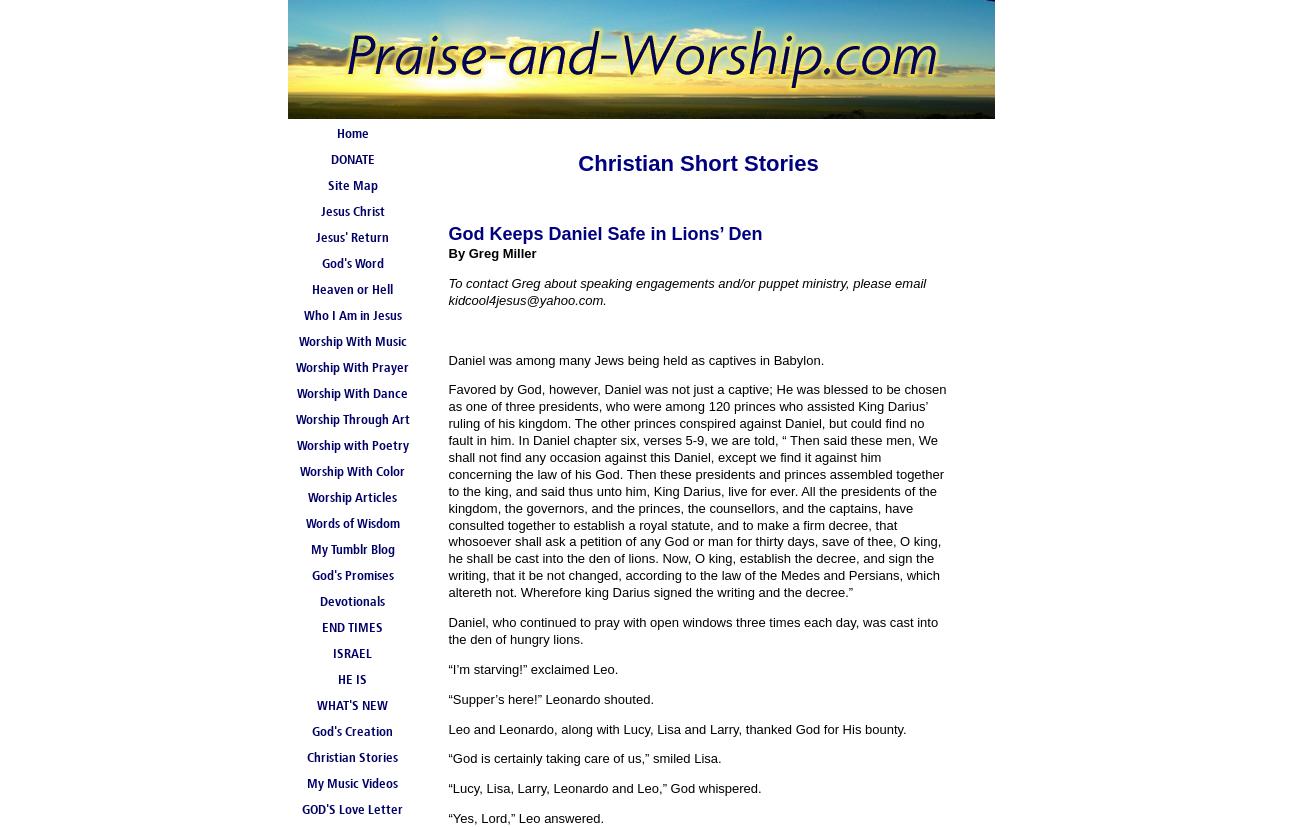 The width and height of the screenshot is (1300, 827). I want to click on 'DONATE', so click(351, 159).